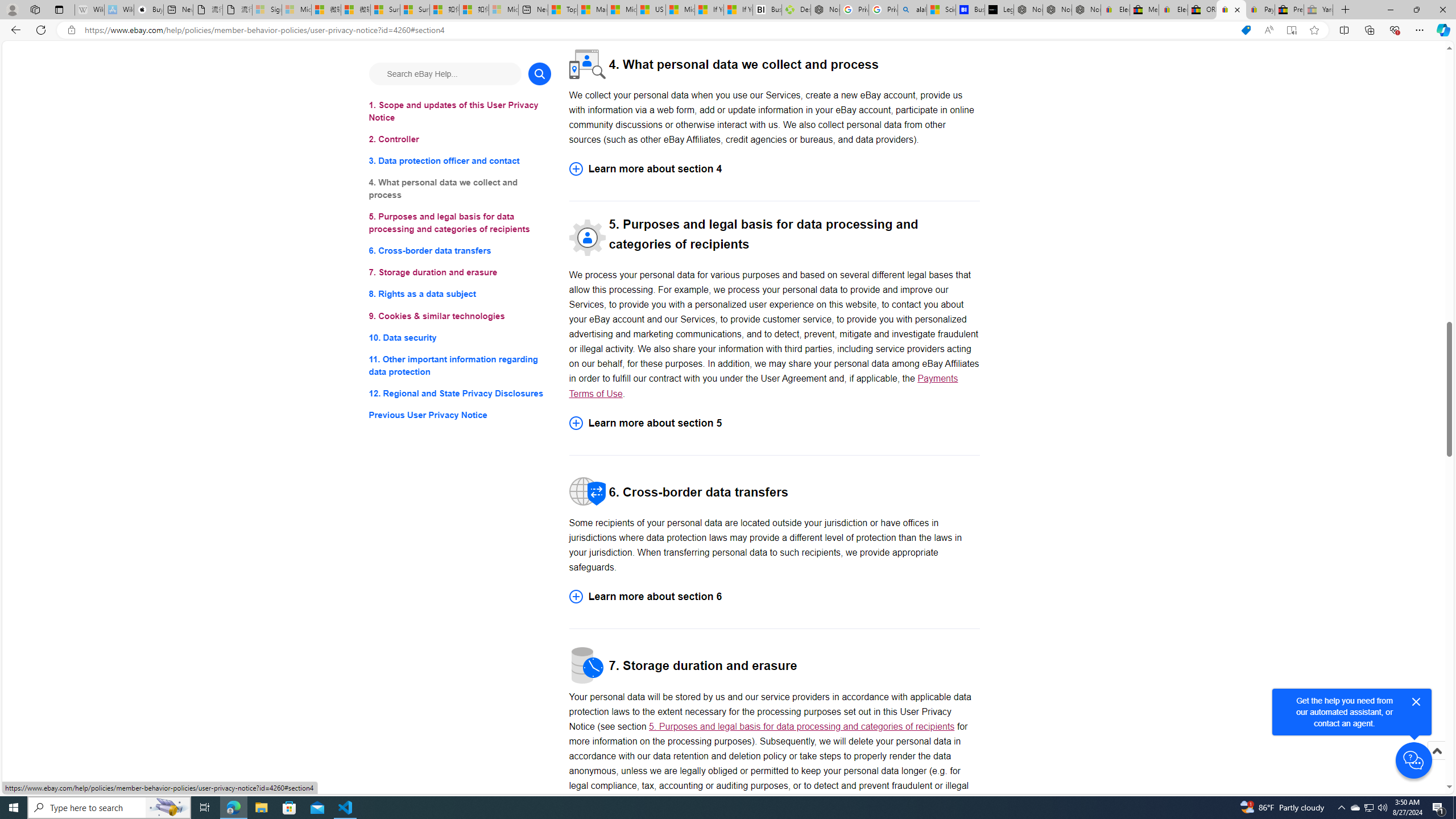  Describe the element at coordinates (295, 9) in the screenshot. I see `'Microsoft Services Agreement - Sleeping'` at that location.